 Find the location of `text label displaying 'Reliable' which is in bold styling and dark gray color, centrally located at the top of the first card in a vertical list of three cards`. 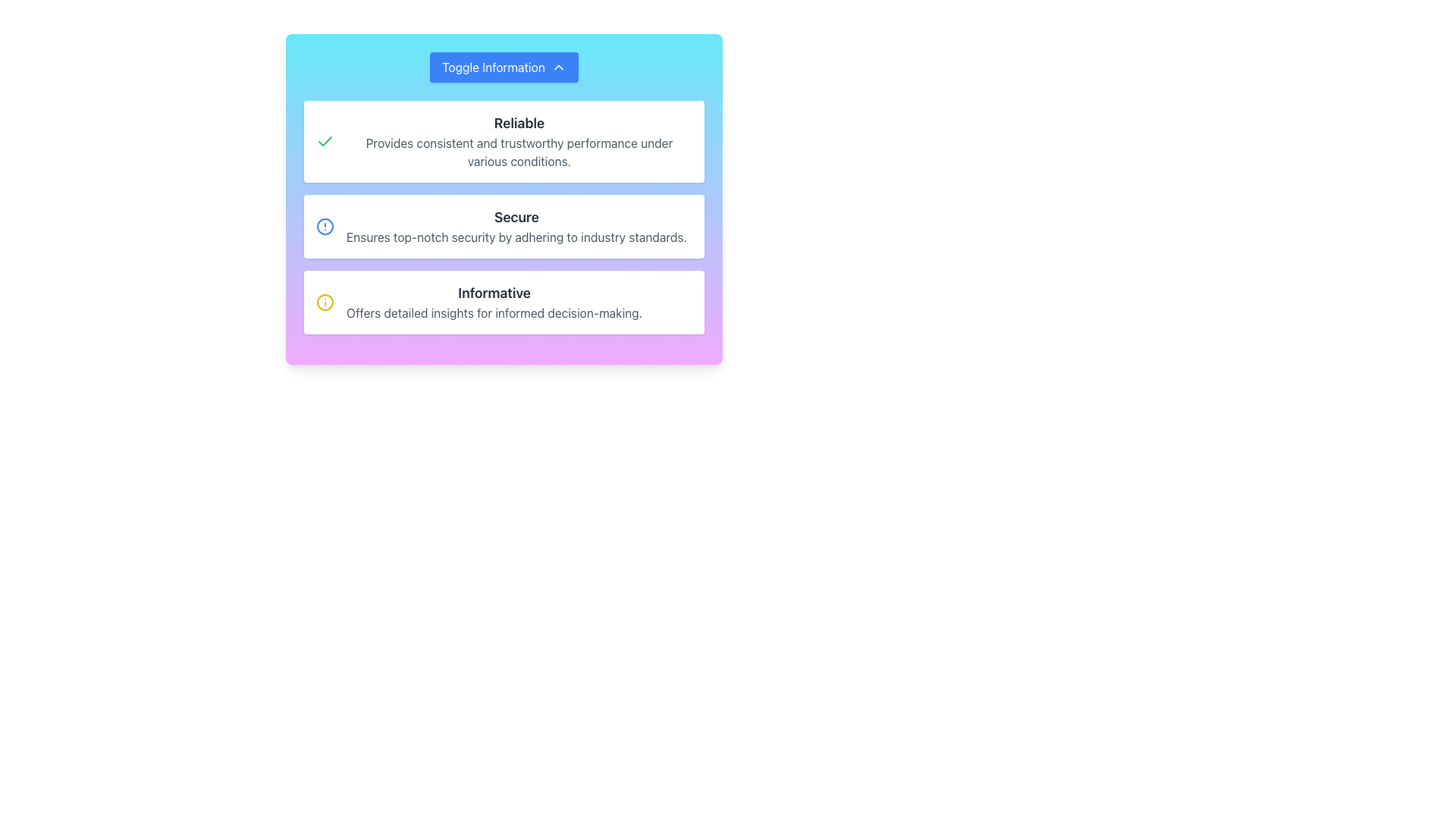

text label displaying 'Reliable' which is in bold styling and dark gray color, centrally located at the top of the first card in a vertical list of three cards is located at coordinates (519, 122).